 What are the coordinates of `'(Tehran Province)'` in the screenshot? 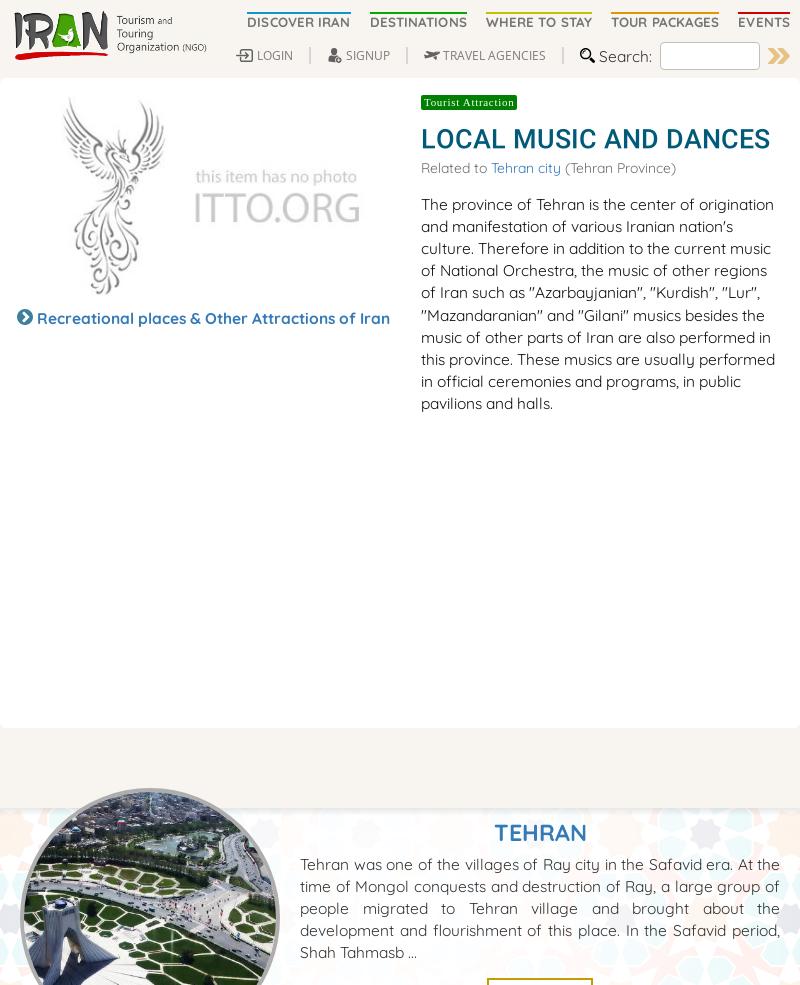 It's located at (618, 166).